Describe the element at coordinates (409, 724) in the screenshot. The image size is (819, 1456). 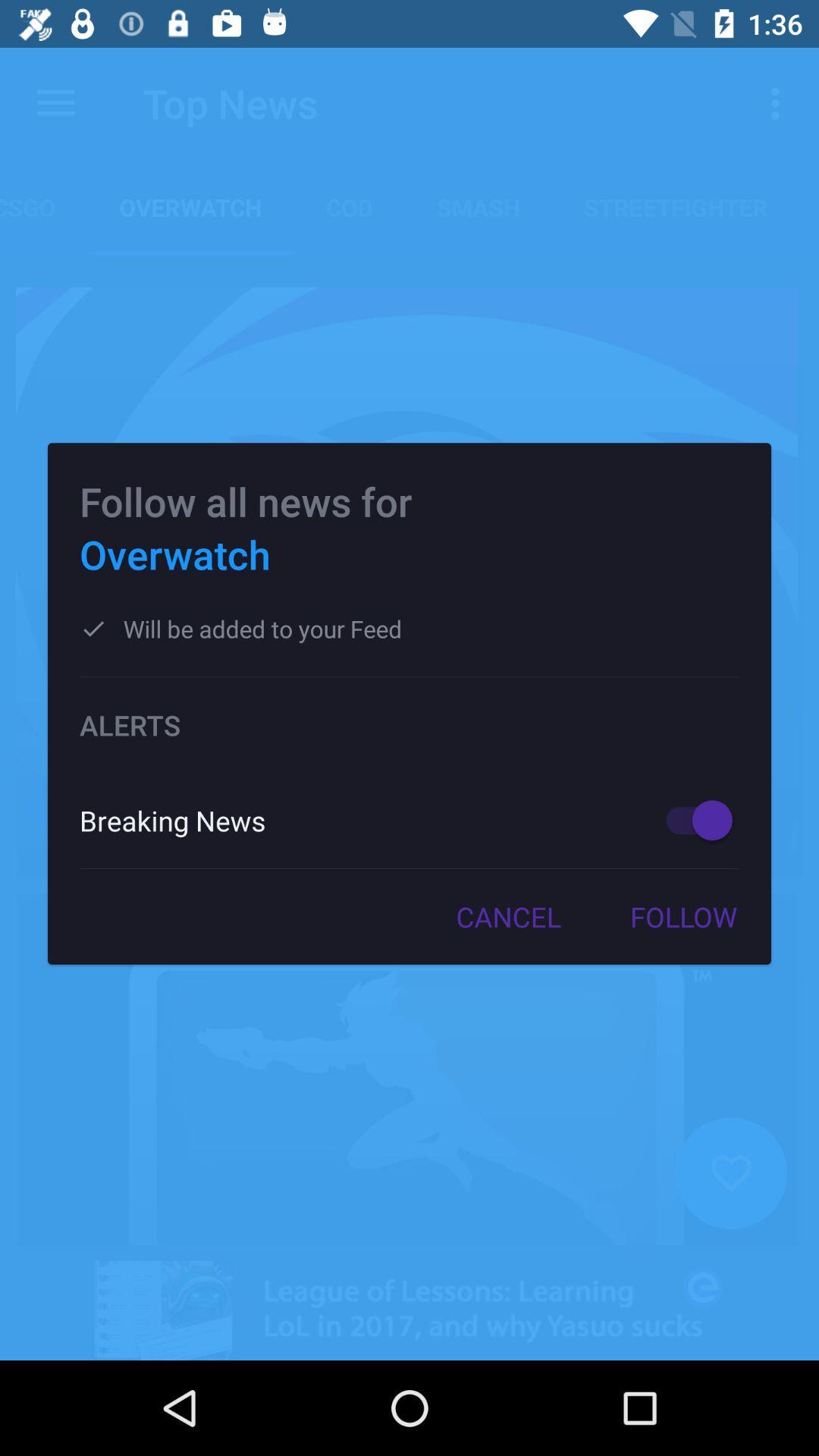
I see `alerts icon` at that location.